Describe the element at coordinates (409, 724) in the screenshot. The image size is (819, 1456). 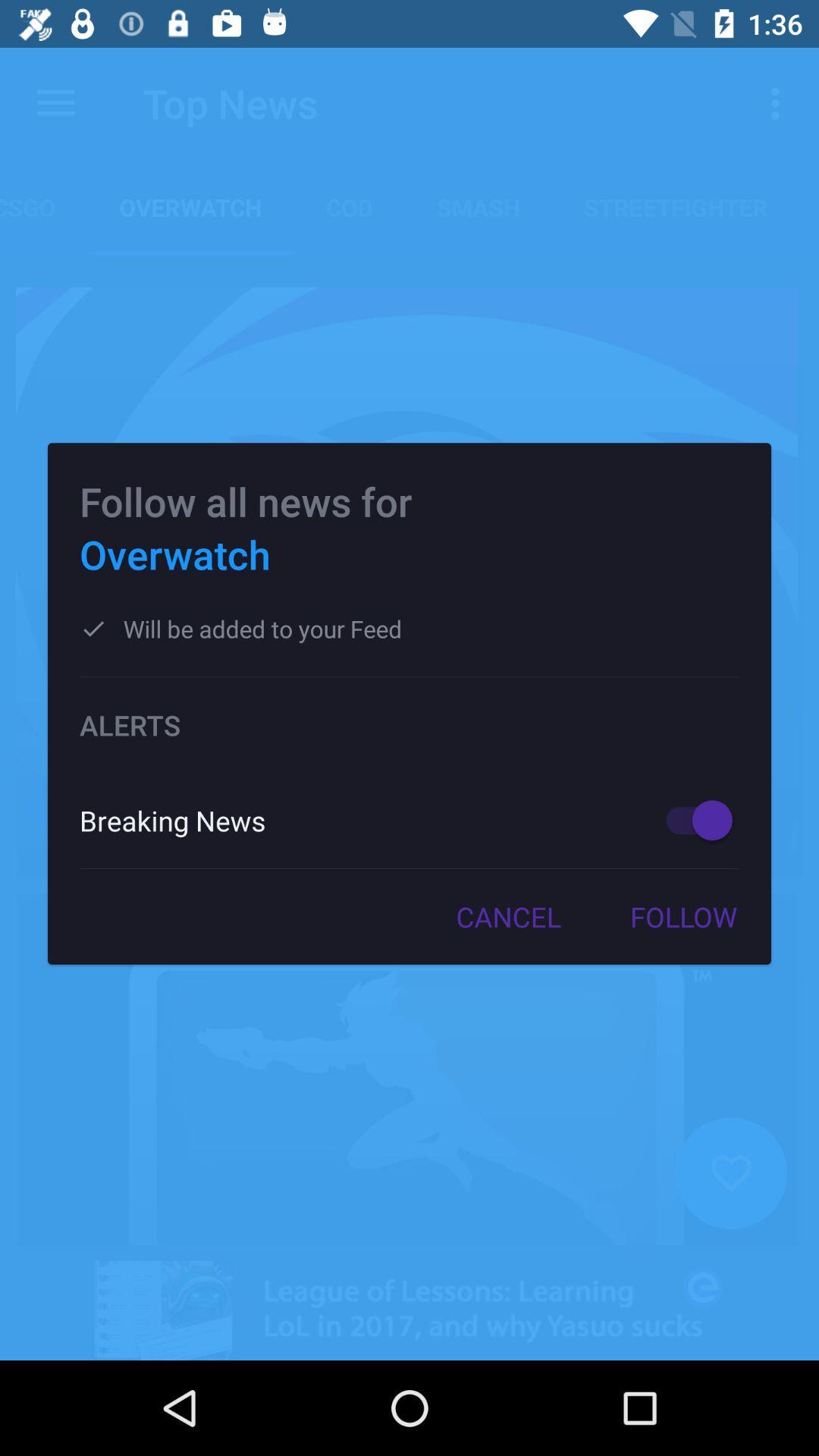
I see `alerts icon` at that location.